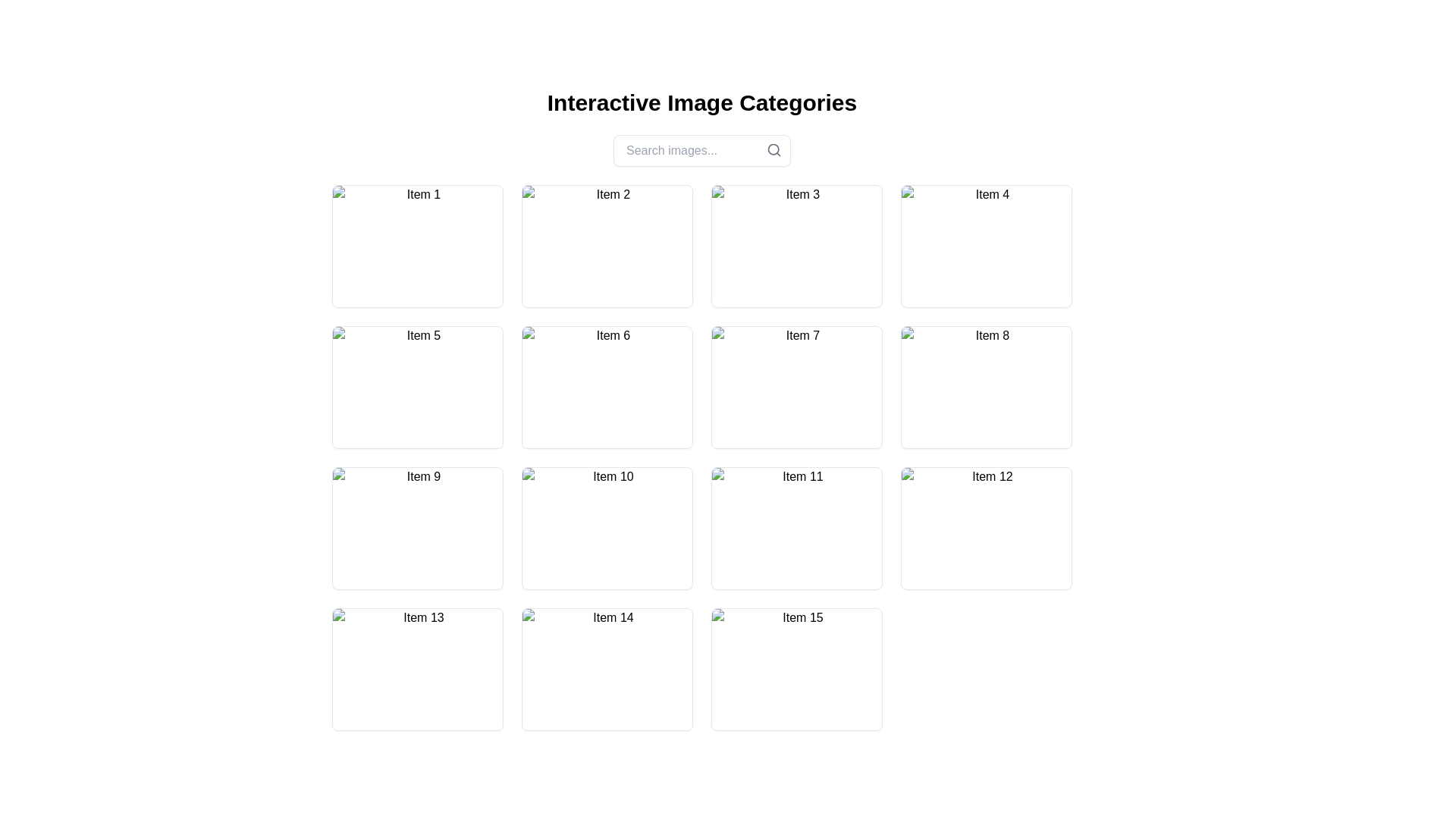 The width and height of the screenshot is (1456, 819). Describe the element at coordinates (774, 149) in the screenshot. I see `the magnifying glass-shaped search icon located at the right side of the search bar to initiate a search action` at that location.